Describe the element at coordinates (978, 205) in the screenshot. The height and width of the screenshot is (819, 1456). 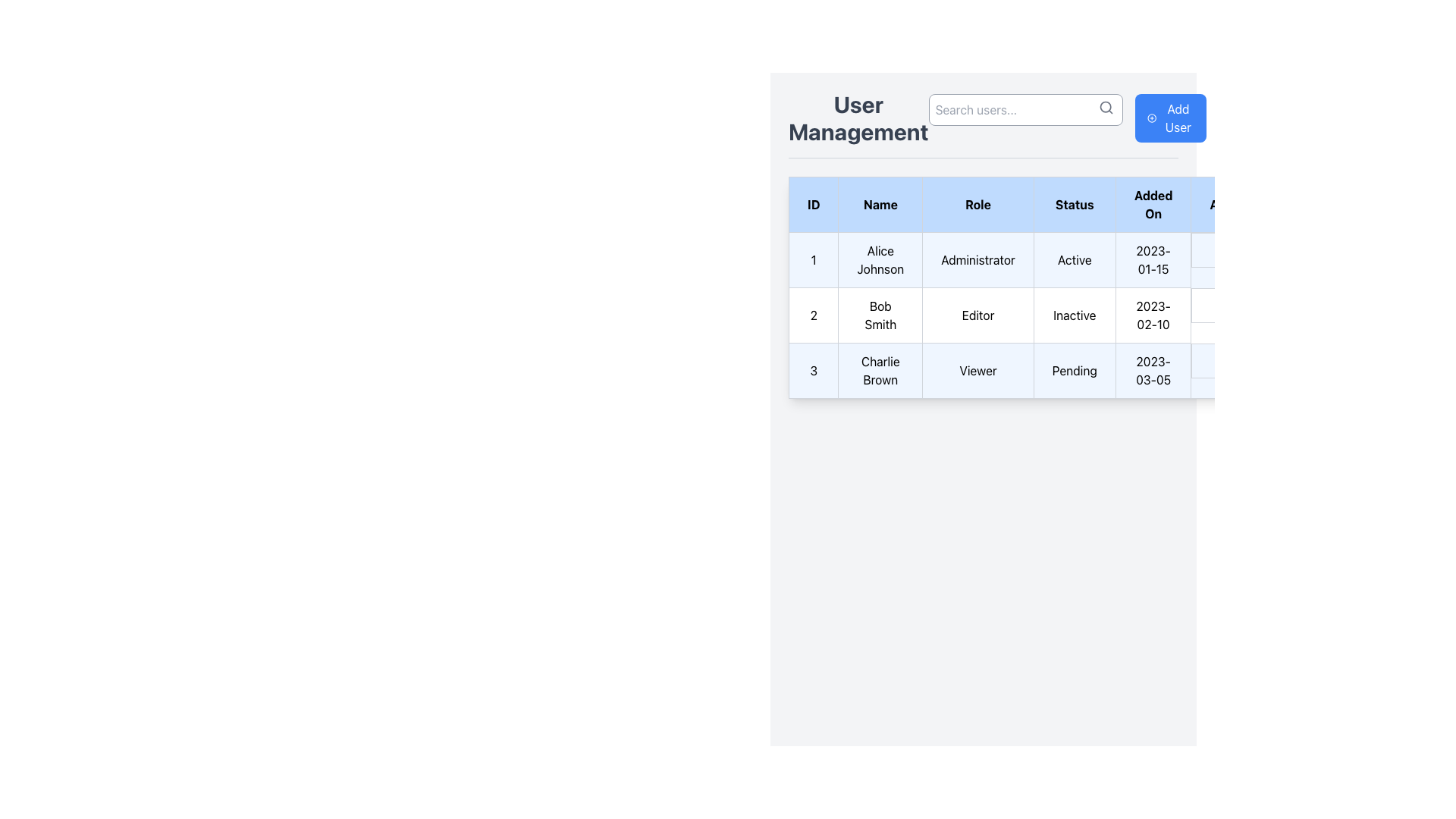
I see `the Table Header Cell with the text 'Role', which is the third cell from the left in the header row of the table, located between 'Name' and 'Status'` at that location.